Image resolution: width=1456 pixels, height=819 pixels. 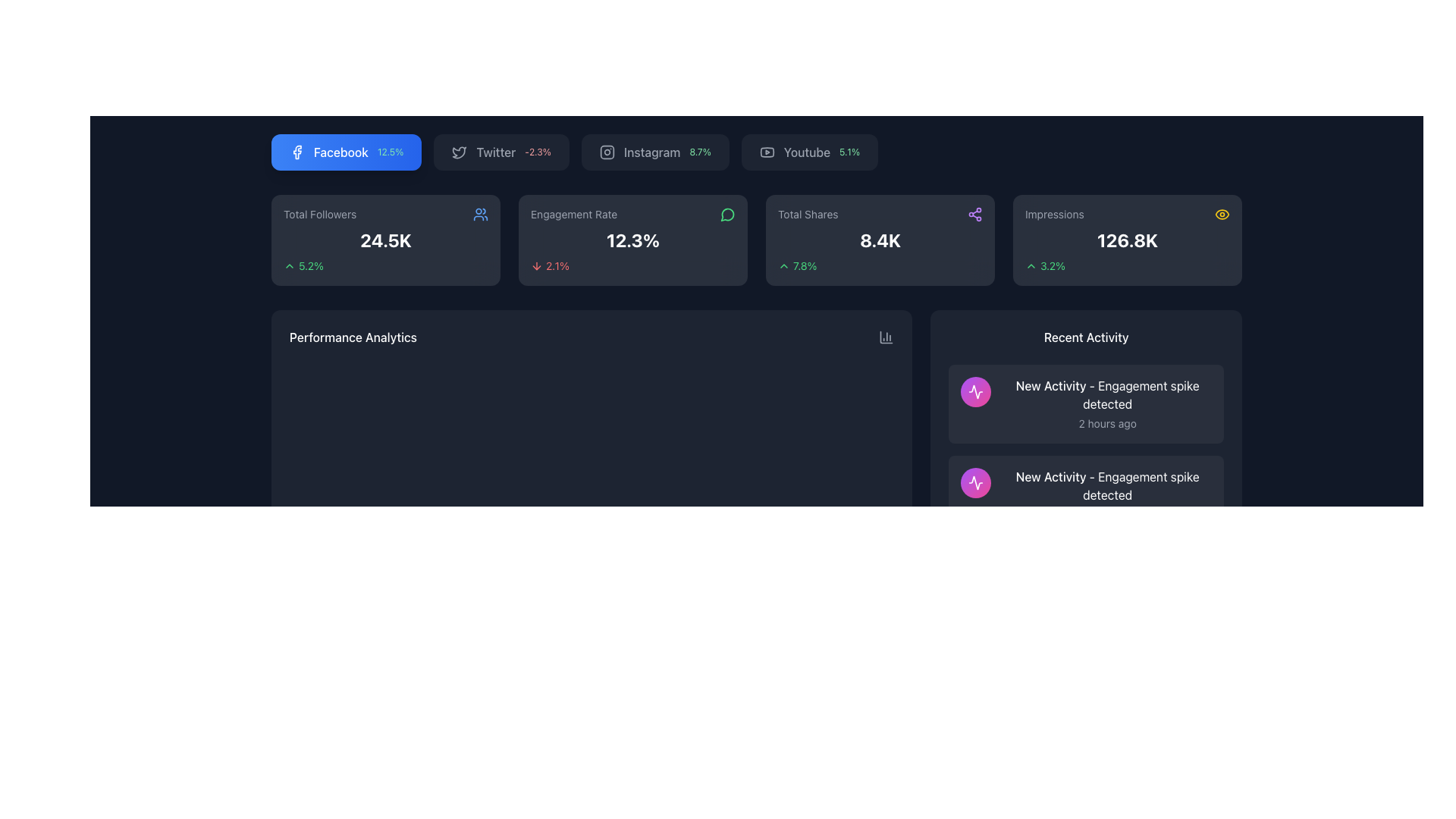 I want to click on the YouTube analytics button, which is the fourth button in a horizontal layout and located to the right of the Instagram button, so click(x=808, y=152).